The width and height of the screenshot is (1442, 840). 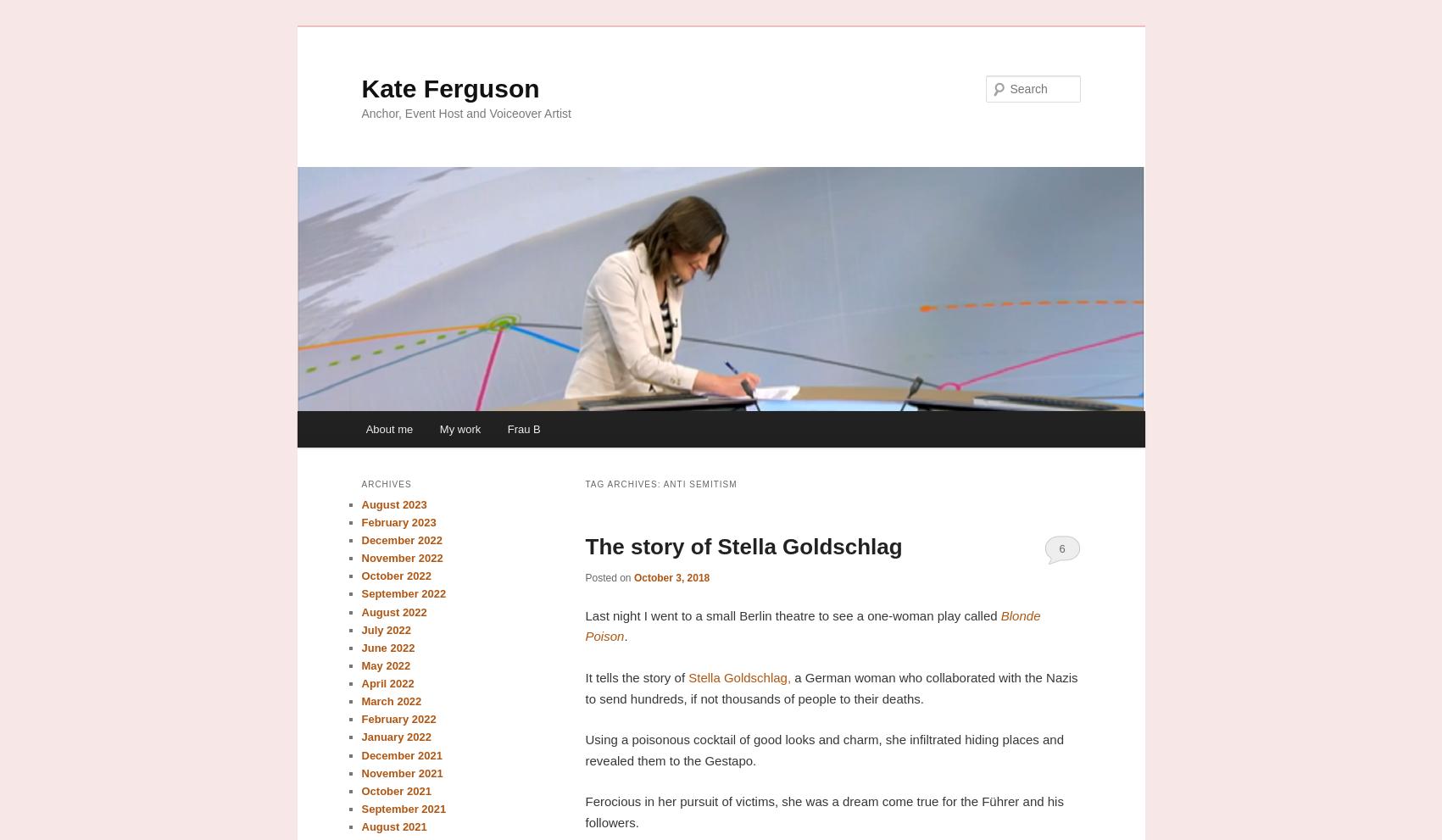 What do you see at coordinates (450, 86) in the screenshot?
I see `'Kate Ferguson'` at bounding box center [450, 86].